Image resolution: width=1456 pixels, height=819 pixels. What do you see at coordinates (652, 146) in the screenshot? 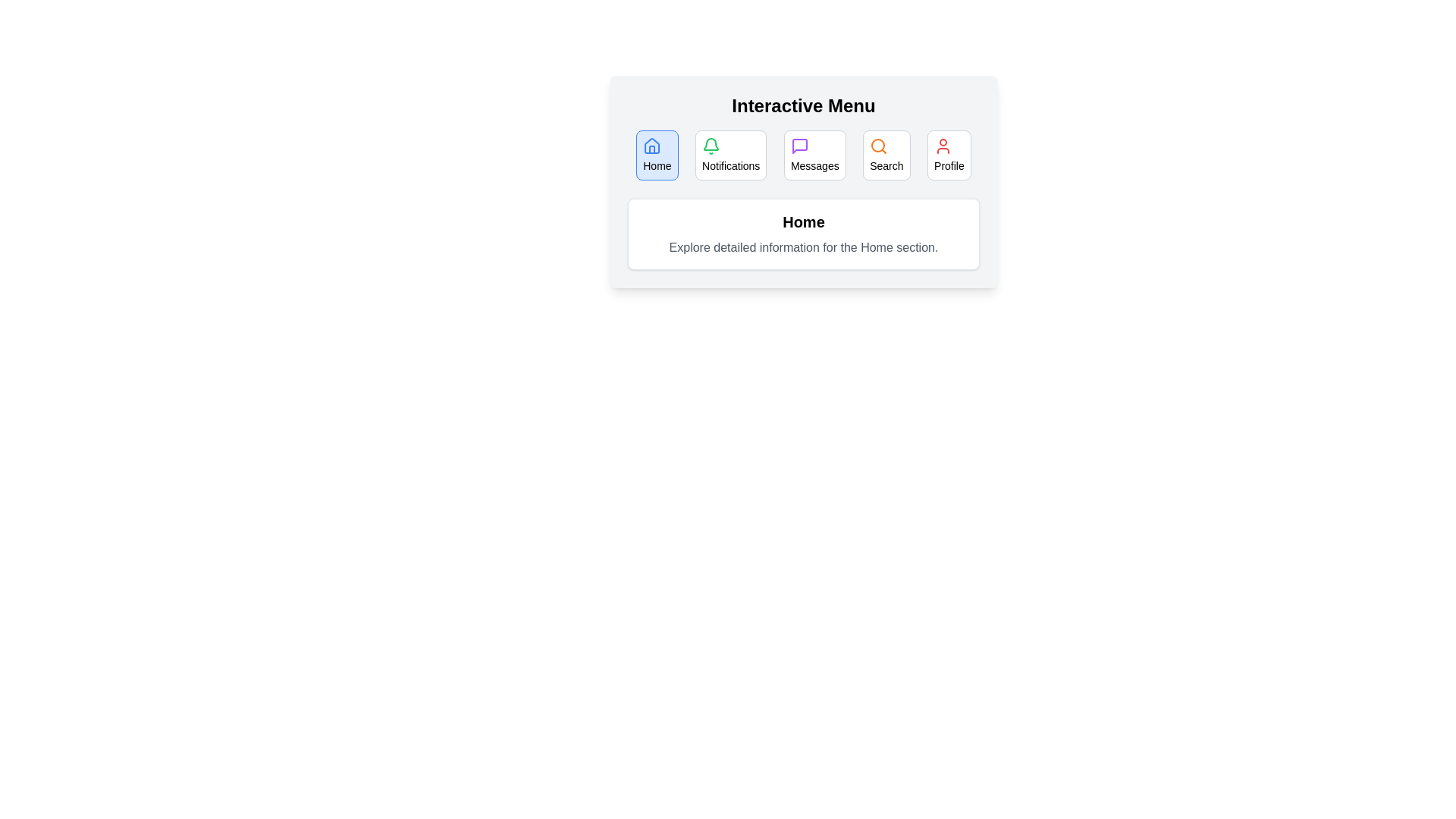
I see `the 'Home' button in the navigation menu, which contains the visual identifier icon for home functionality` at bounding box center [652, 146].